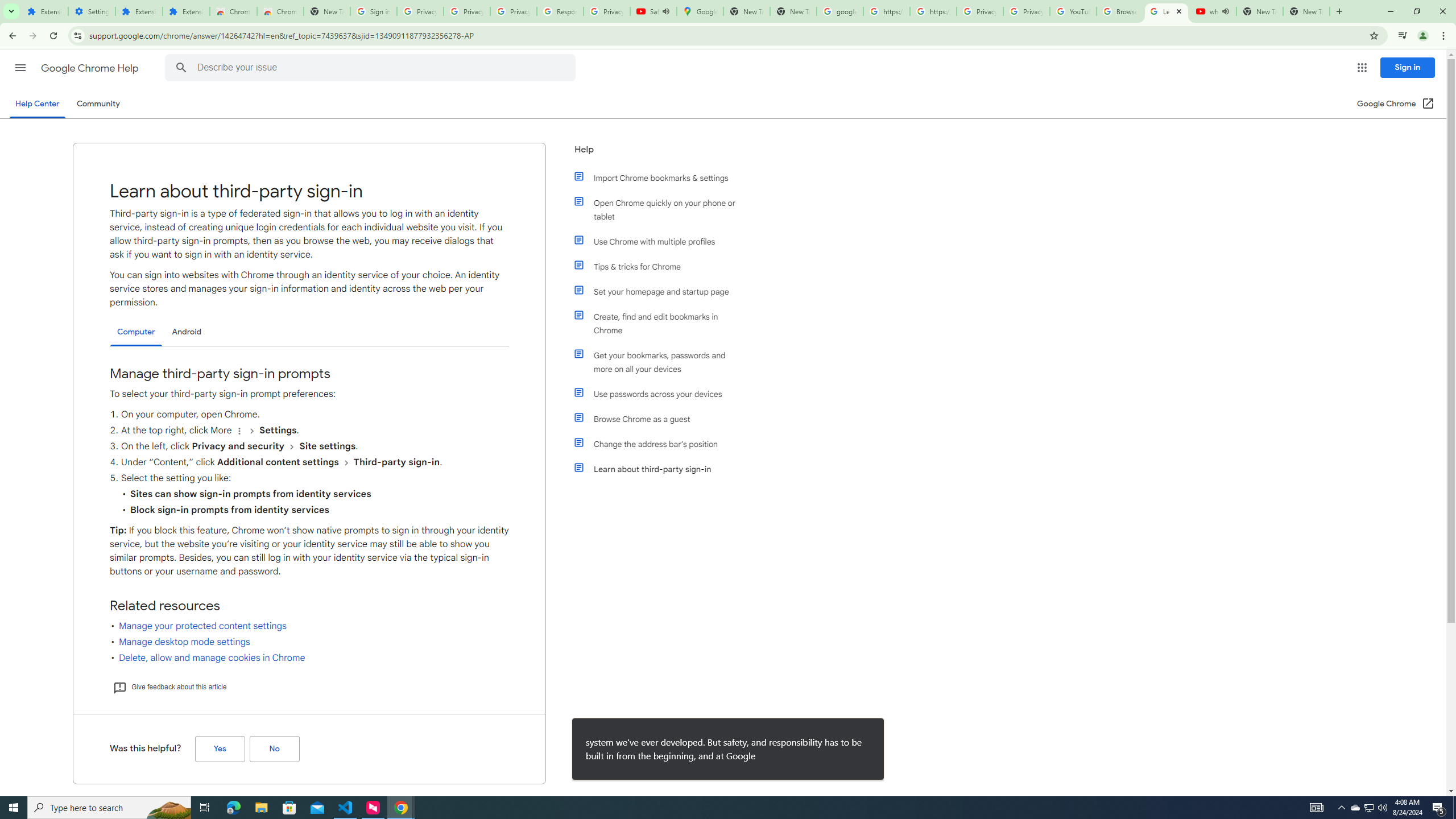 This screenshot has width=1456, height=819. What do you see at coordinates (1226, 11) in the screenshot?
I see `'Mute tab'` at bounding box center [1226, 11].